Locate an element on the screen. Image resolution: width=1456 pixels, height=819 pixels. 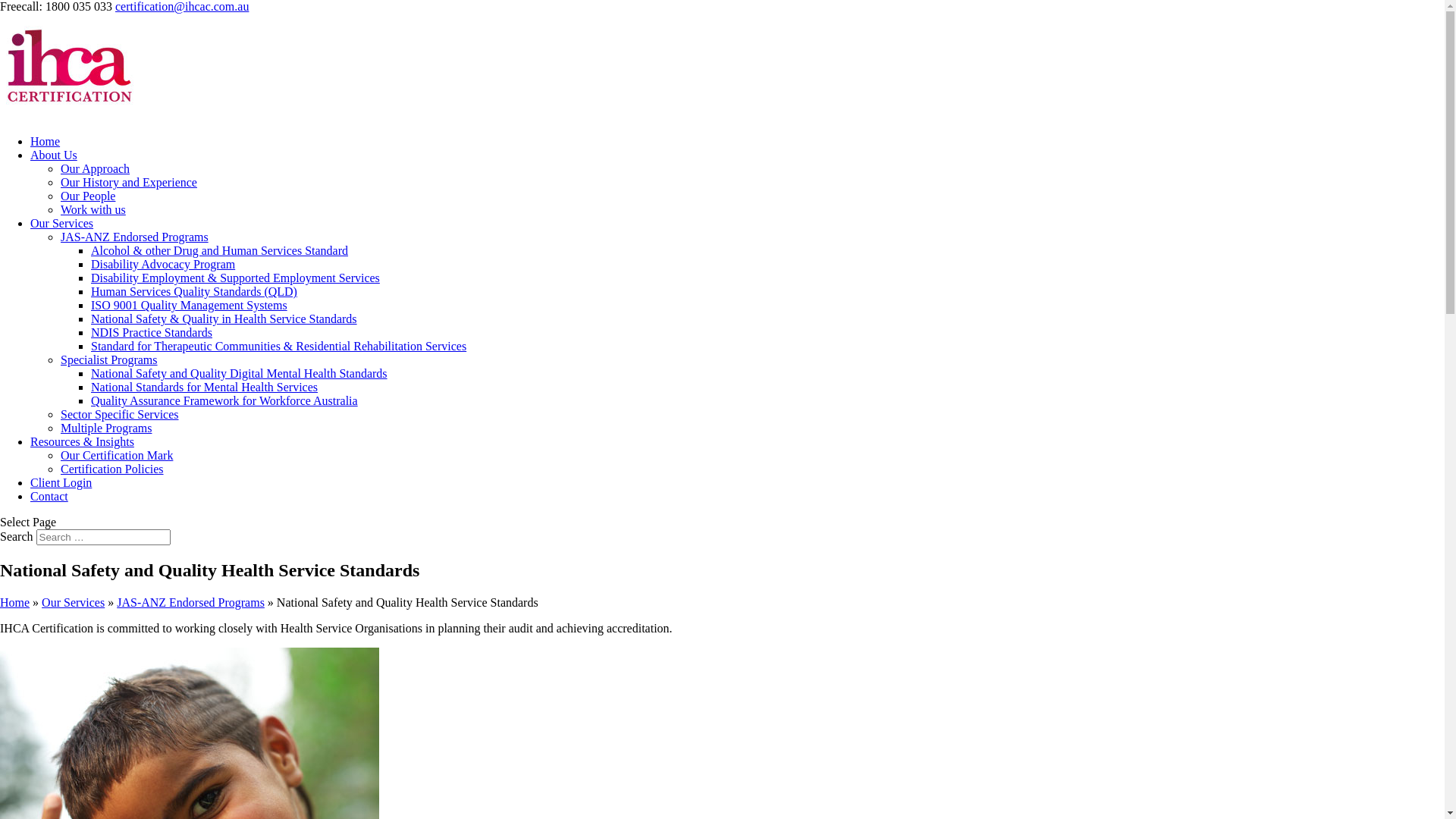
'certification@ihcac.com.au' is located at coordinates (182, 6).